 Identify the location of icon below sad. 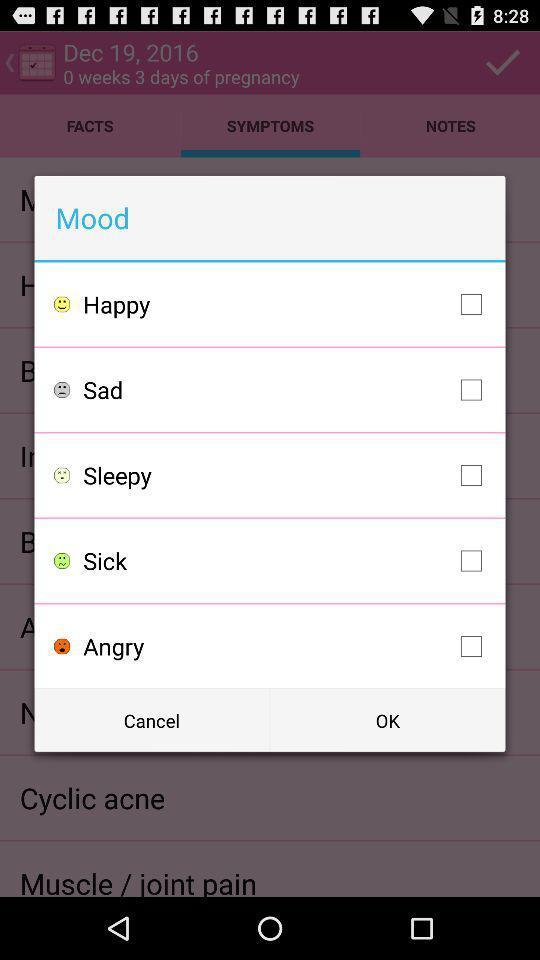
(286, 475).